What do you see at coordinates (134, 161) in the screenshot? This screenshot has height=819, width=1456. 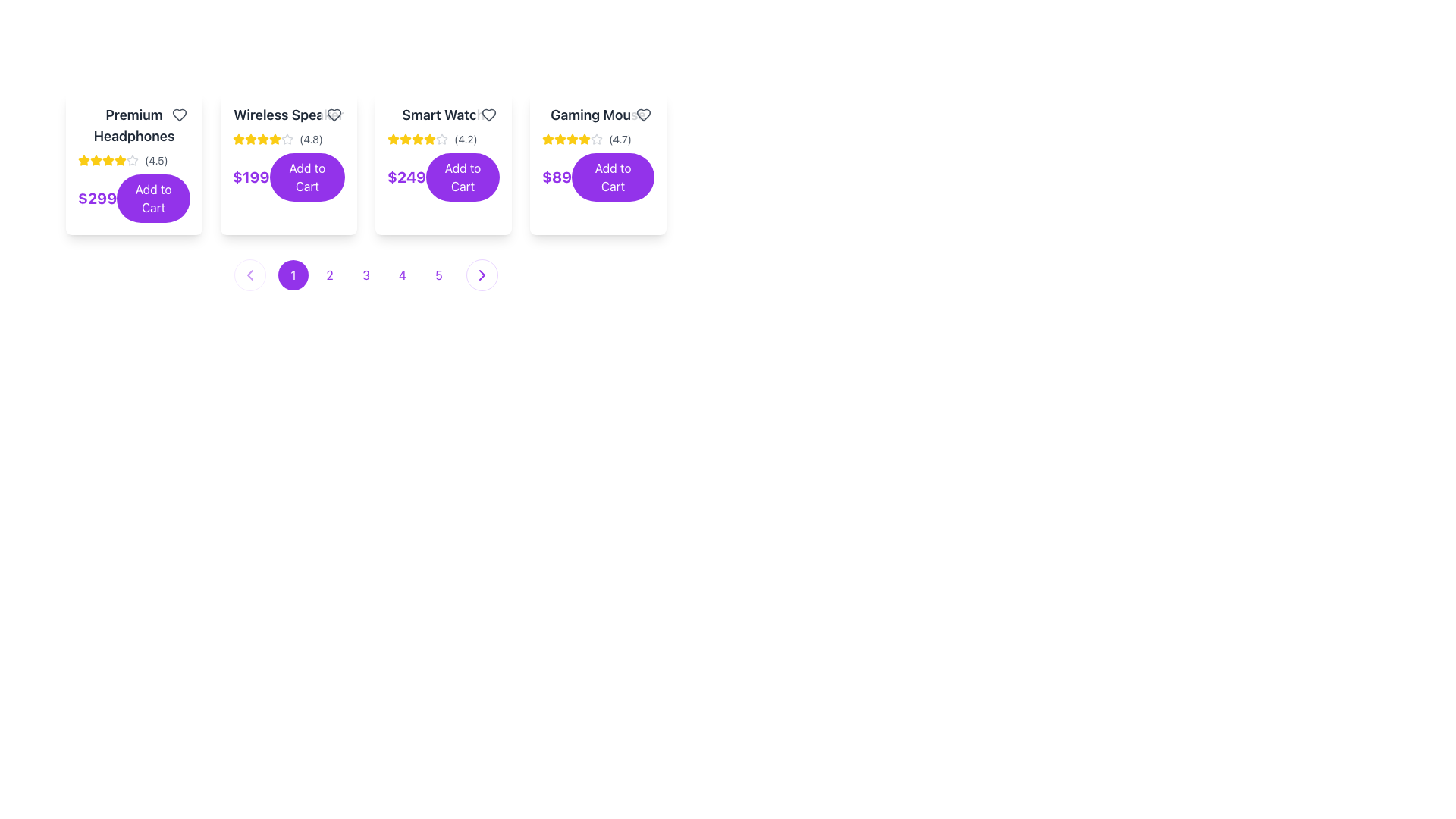 I see `rating value displayed as '(4.5)' on the rating indicator located below the product title 'Premium Headphones'` at bounding box center [134, 161].